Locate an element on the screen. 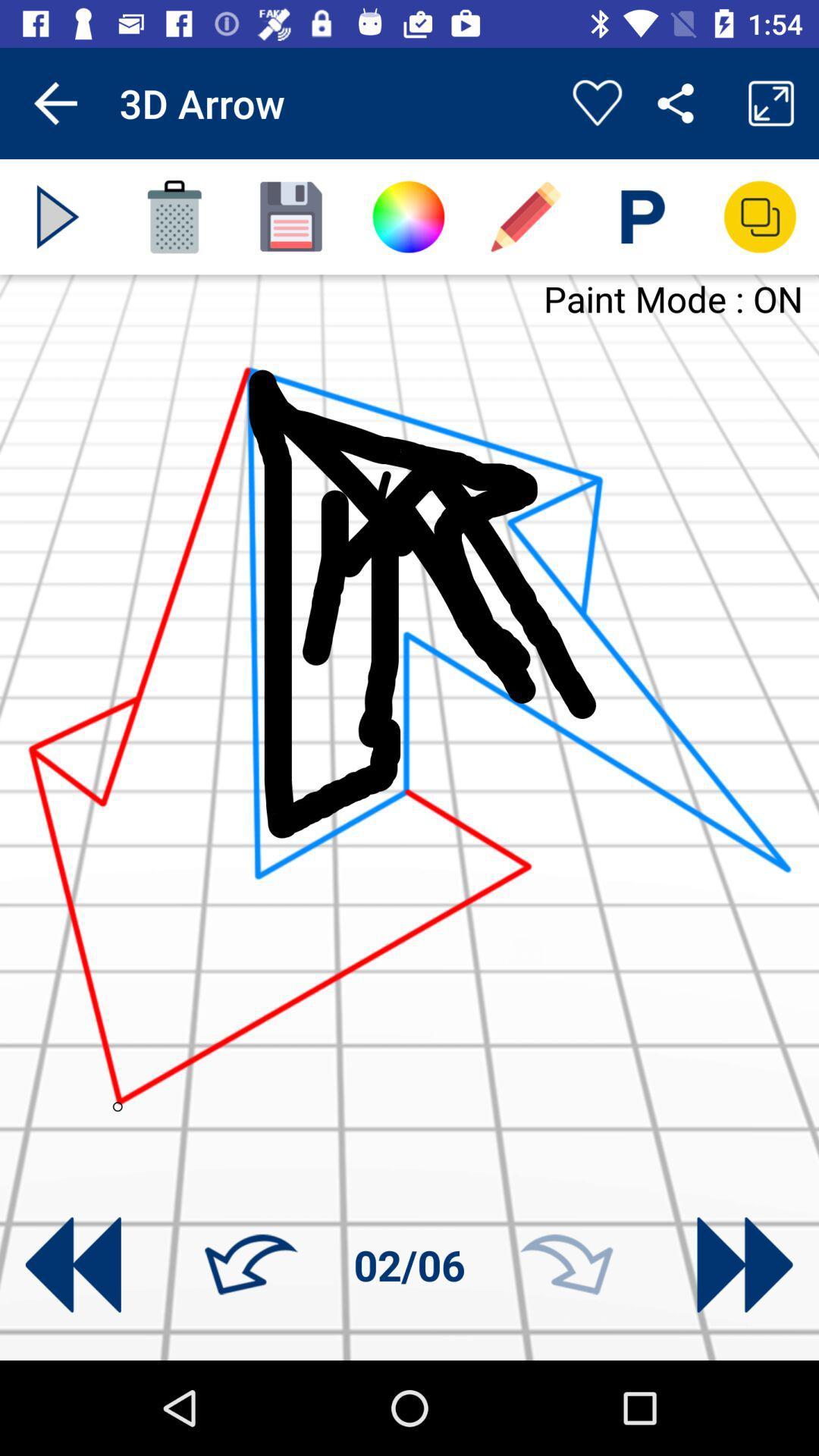  image is located at coordinates (291, 216).